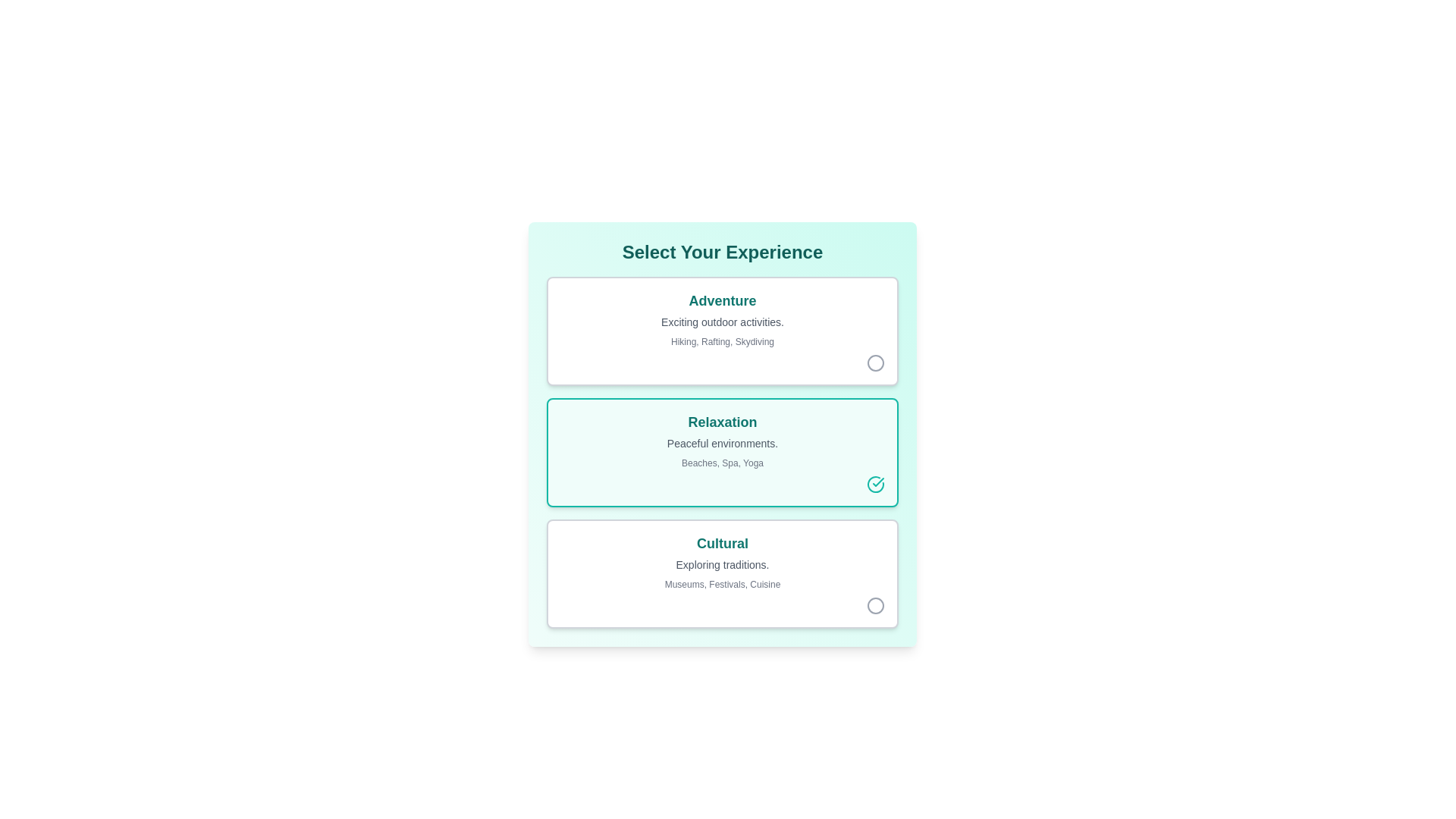  What do you see at coordinates (722, 321) in the screenshot?
I see `the text snippet that reads 'Exciting outdoor activities.' which is styled in a small gray font, located between the heading 'Adventure' and the descriptive text 'Hiking, Rafting, Skydiving'` at bounding box center [722, 321].